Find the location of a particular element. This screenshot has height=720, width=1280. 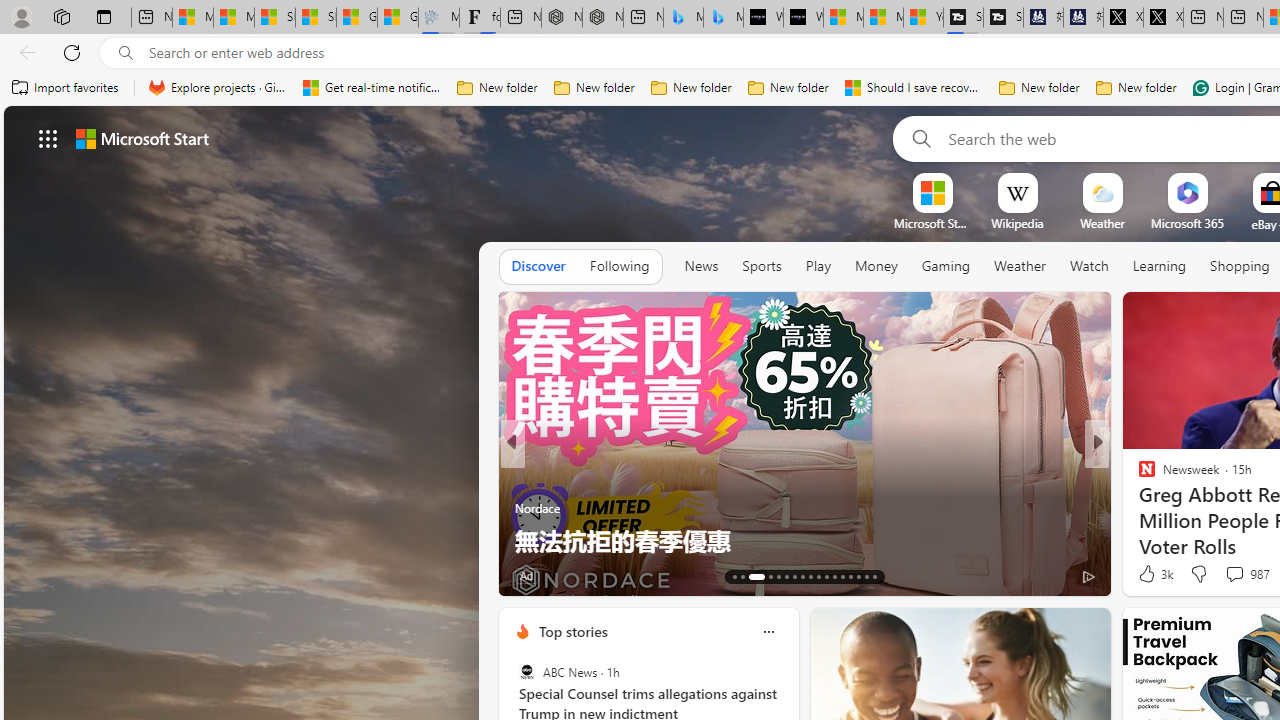

'Learning' is located at coordinates (1159, 265).